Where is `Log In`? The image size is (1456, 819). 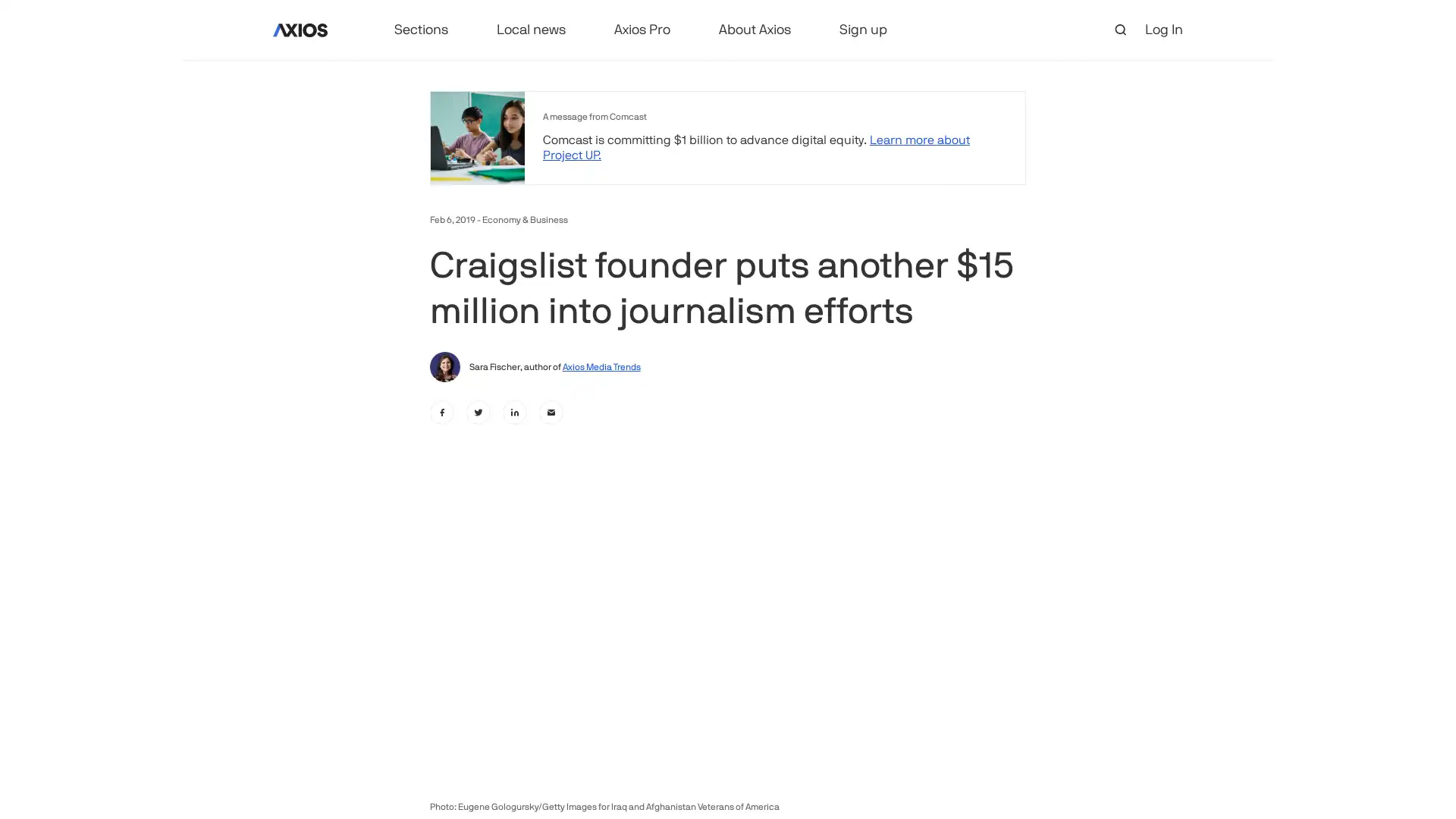
Log In is located at coordinates (1163, 29).